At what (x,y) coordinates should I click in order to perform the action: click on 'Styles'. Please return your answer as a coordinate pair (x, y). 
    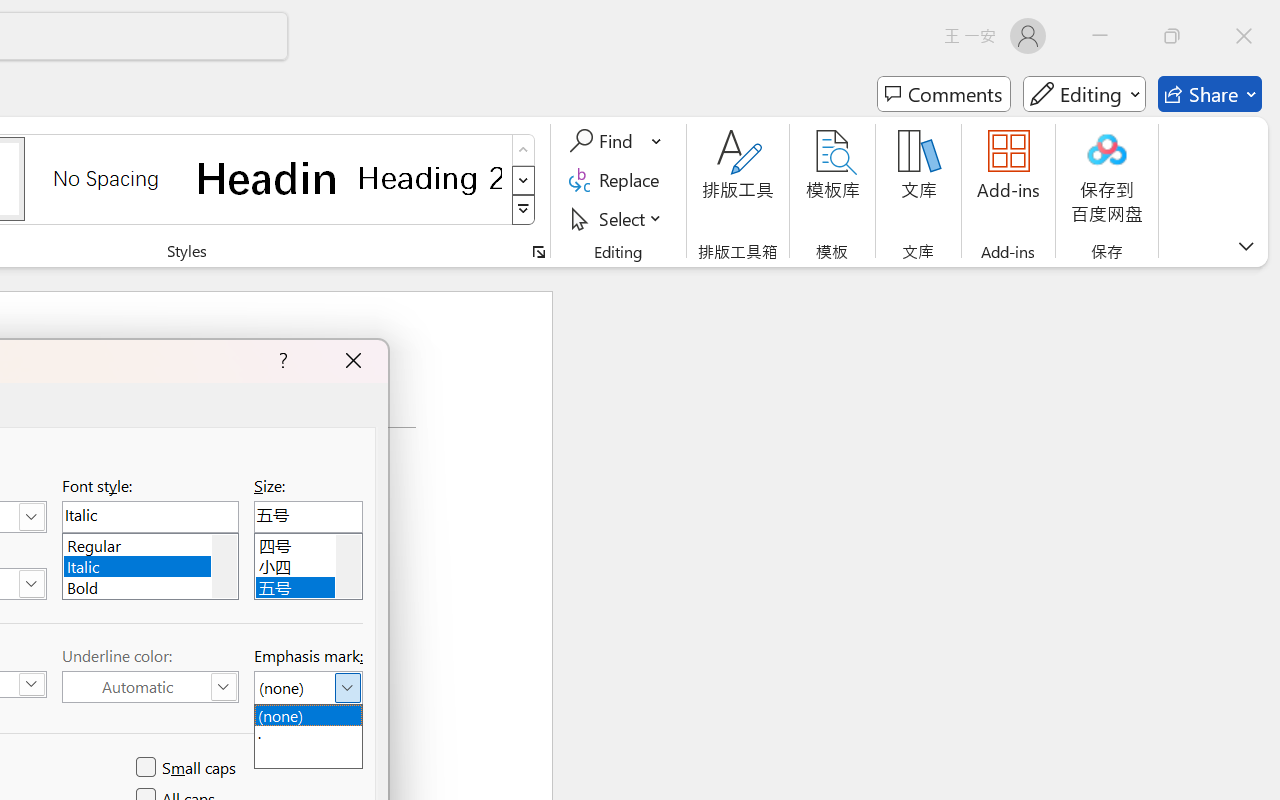
    Looking at the image, I should click on (523, 210).